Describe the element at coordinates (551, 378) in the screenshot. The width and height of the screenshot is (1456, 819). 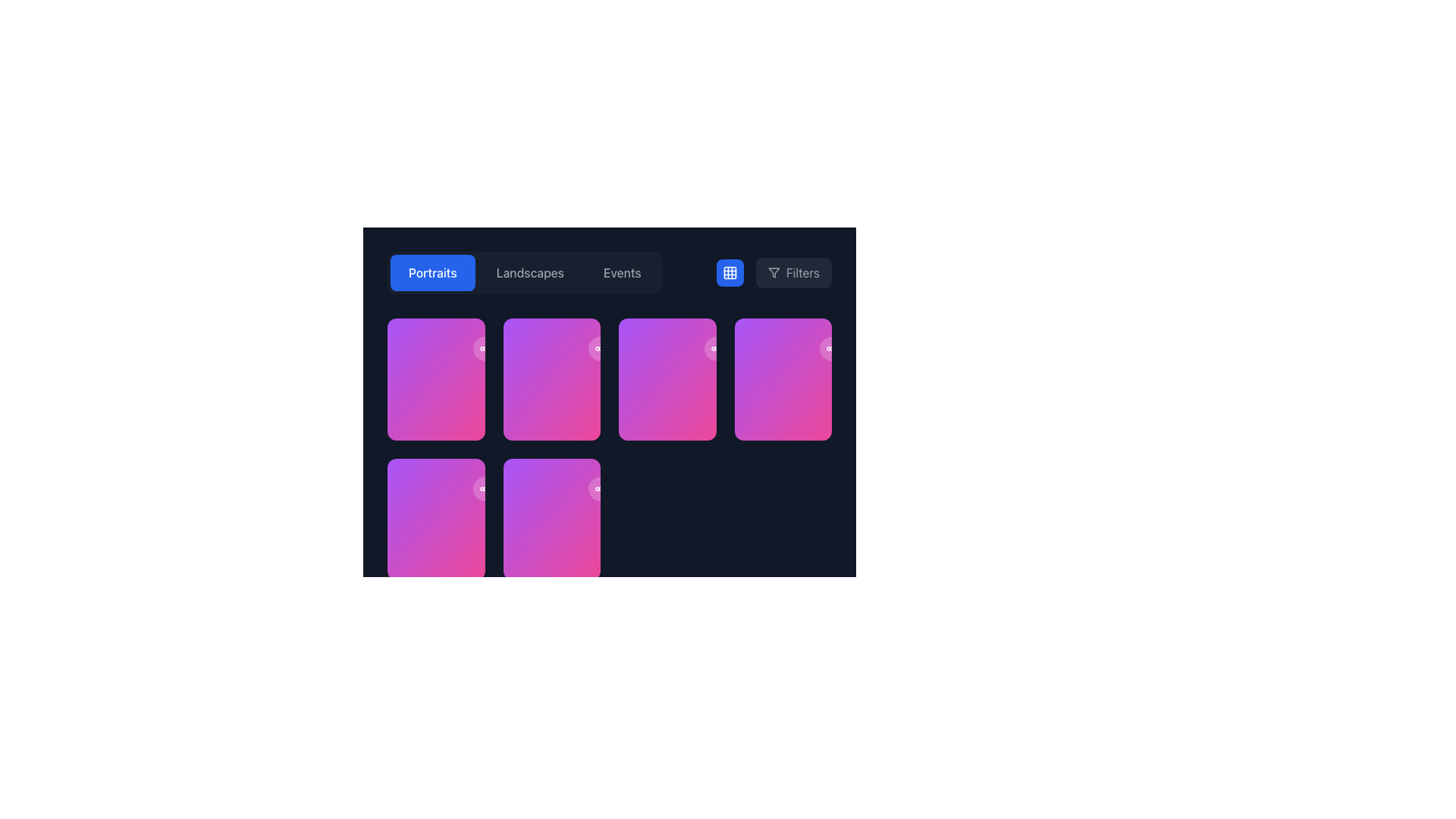
I see `the second card in the second row of the grid layout` at that location.